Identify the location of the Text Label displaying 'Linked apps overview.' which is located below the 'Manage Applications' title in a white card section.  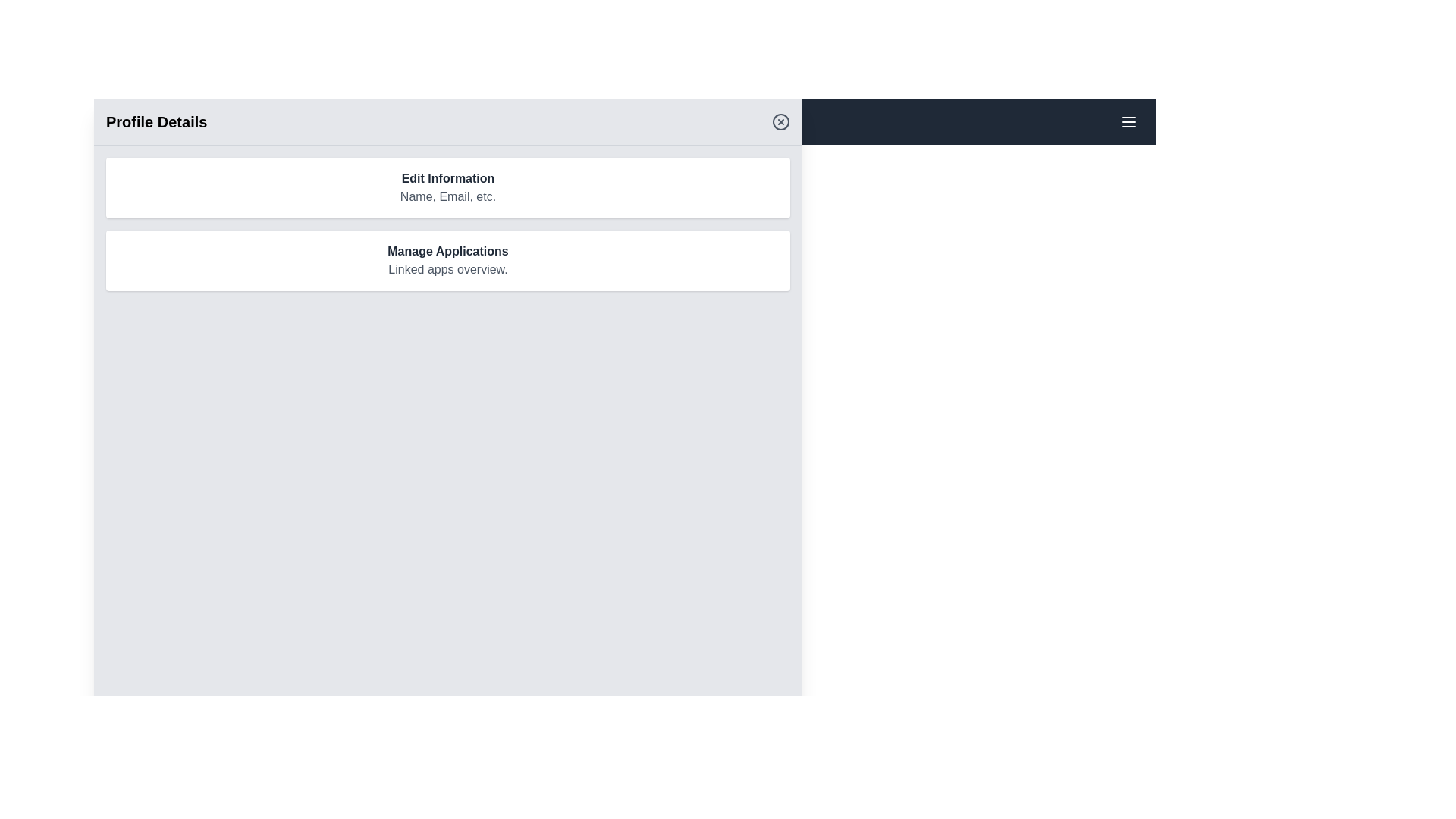
(447, 268).